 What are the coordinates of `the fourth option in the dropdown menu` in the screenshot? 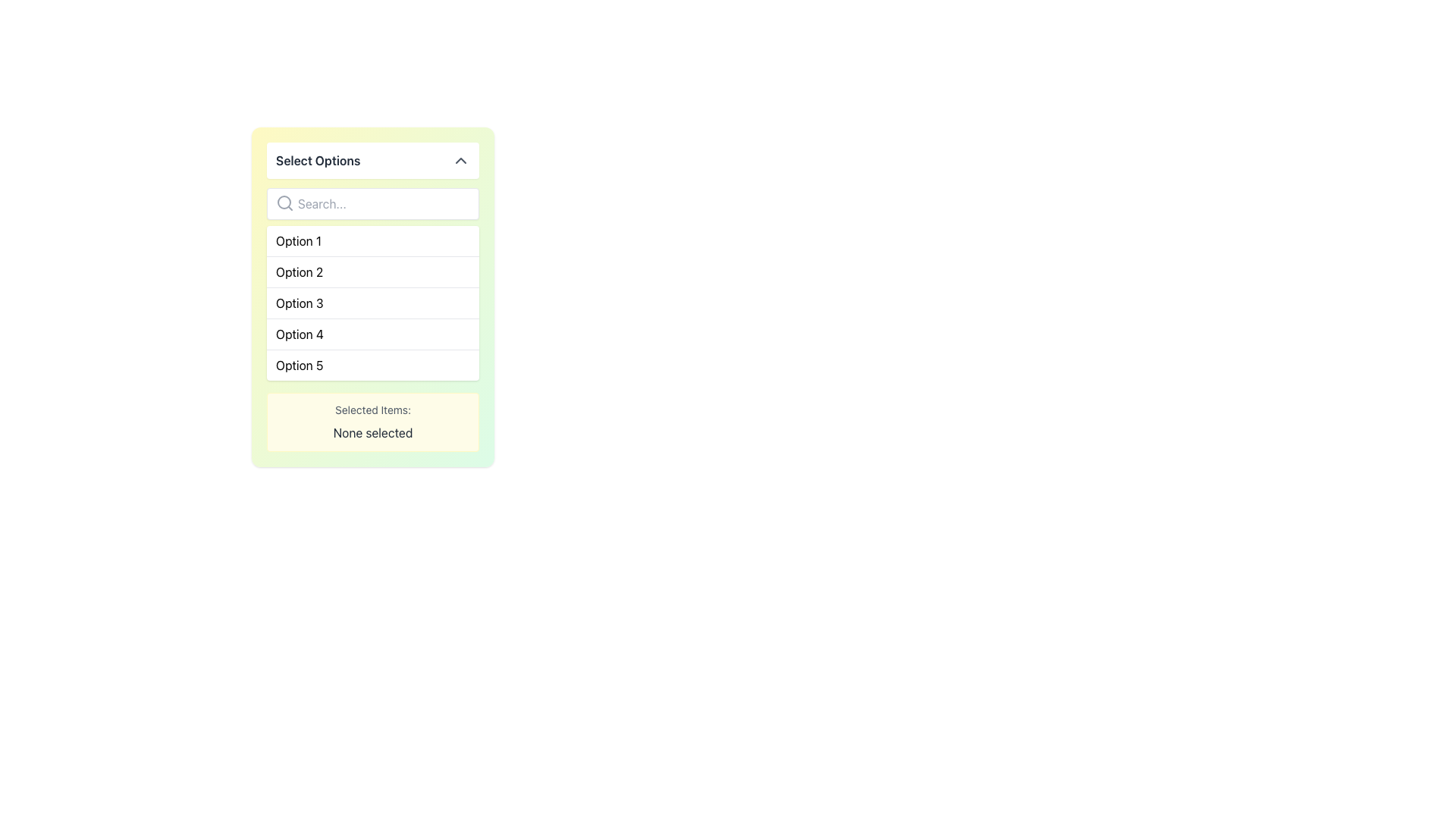 It's located at (300, 333).